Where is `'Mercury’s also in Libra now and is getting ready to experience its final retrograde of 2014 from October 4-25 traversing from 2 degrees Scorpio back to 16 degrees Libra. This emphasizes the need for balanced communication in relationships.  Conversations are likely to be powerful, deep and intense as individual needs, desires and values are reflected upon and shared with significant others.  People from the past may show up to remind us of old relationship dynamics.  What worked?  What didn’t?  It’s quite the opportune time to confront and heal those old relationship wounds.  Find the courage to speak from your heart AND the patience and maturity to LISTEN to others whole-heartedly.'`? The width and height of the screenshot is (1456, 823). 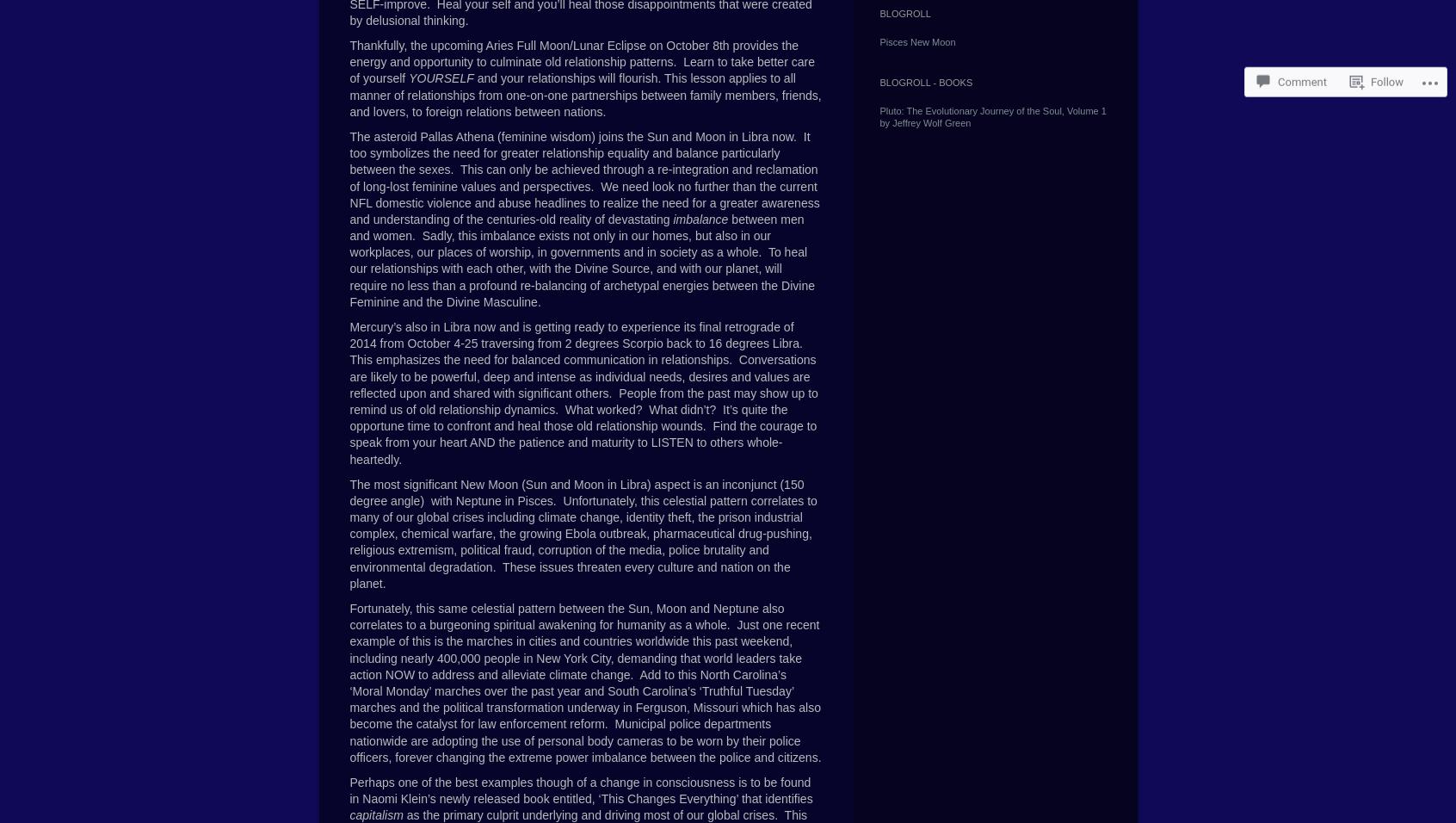 'Mercury’s also in Libra now and is getting ready to experience its final retrograde of 2014 from October 4-25 traversing from 2 degrees Scorpio back to 16 degrees Libra. This emphasizes the need for balanced communication in relationships.  Conversations are likely to be powerful, deep and intense as individual needs, desires and values are reflected upon and shared with significant others.  People from the past may show up to remind us of old relationship dynamics.  What worked?  What didn’t?  It’s quite the opportune time to confront and heal those old relationship wounds.  Find the courage to speak from your heart AND the patience and maturity to LISTEN to others whole-heartedly.' is located at coordinates (583, 393).